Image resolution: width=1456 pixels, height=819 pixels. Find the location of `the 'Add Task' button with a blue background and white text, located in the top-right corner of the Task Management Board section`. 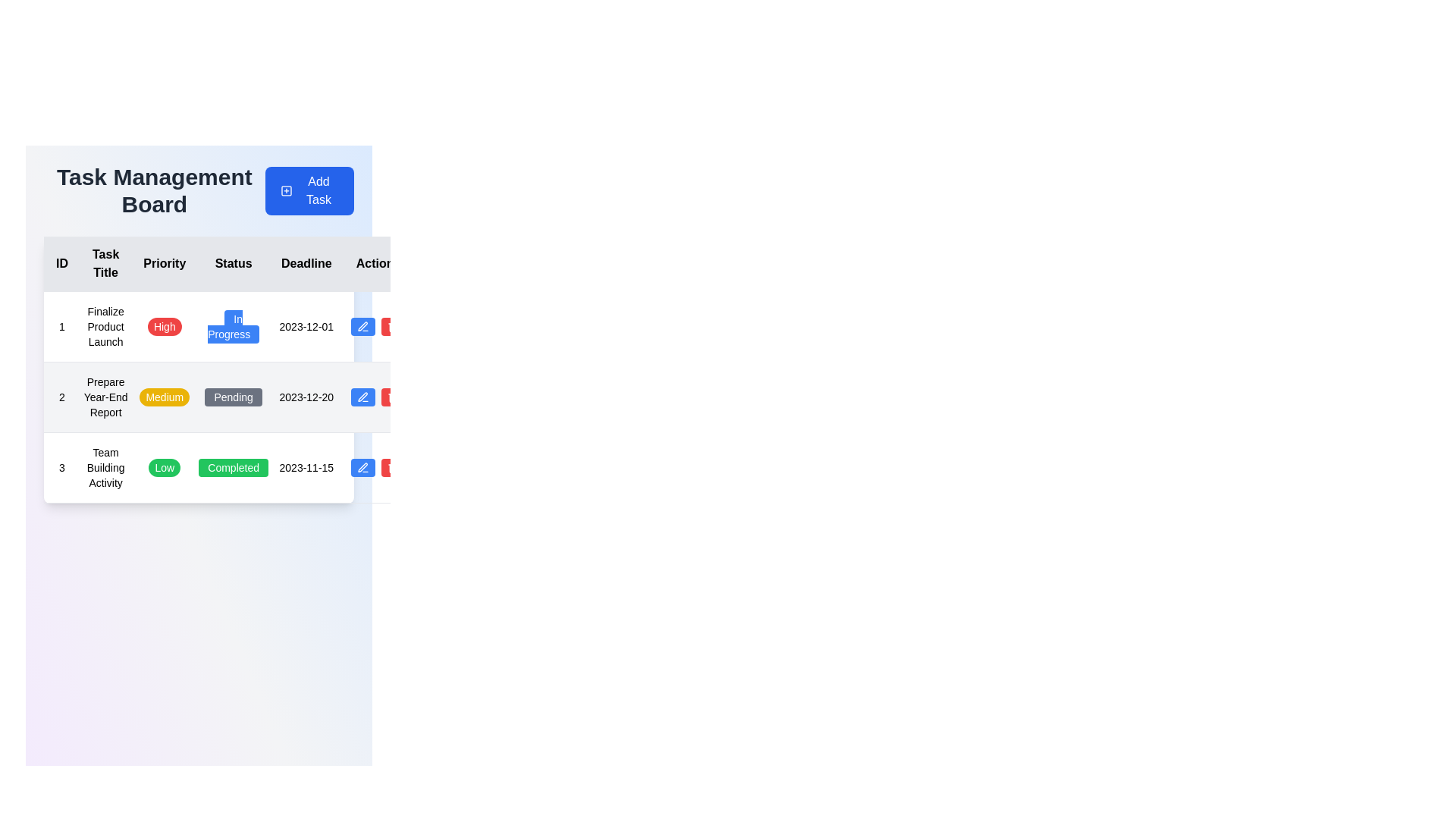

the 'Add Task' button with a blue background and white text, located in the top-right corner of the Task Management Board section is located at coordinates (309, 190).